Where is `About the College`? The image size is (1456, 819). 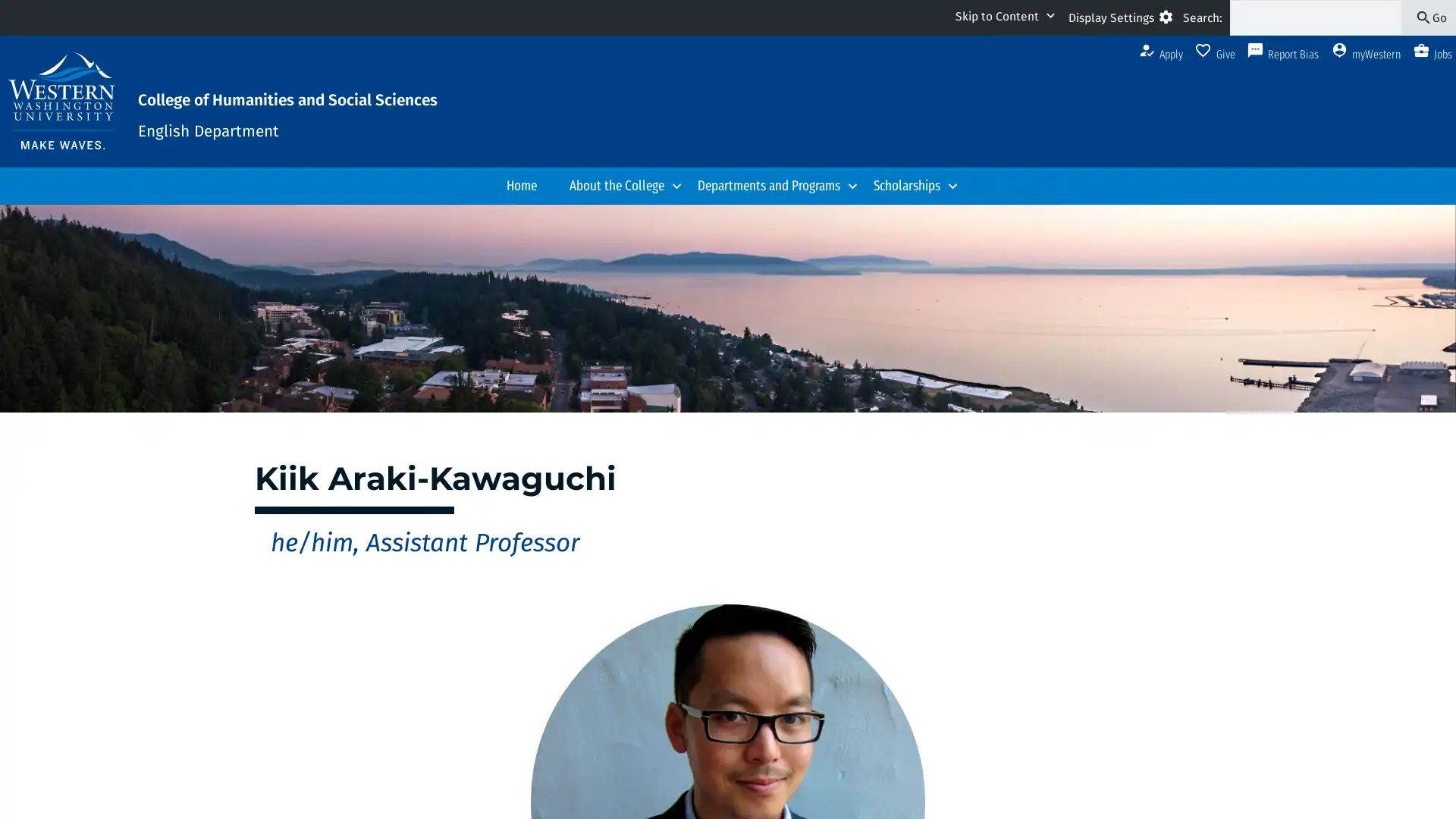
About the College is located at coordinates (621, 185).